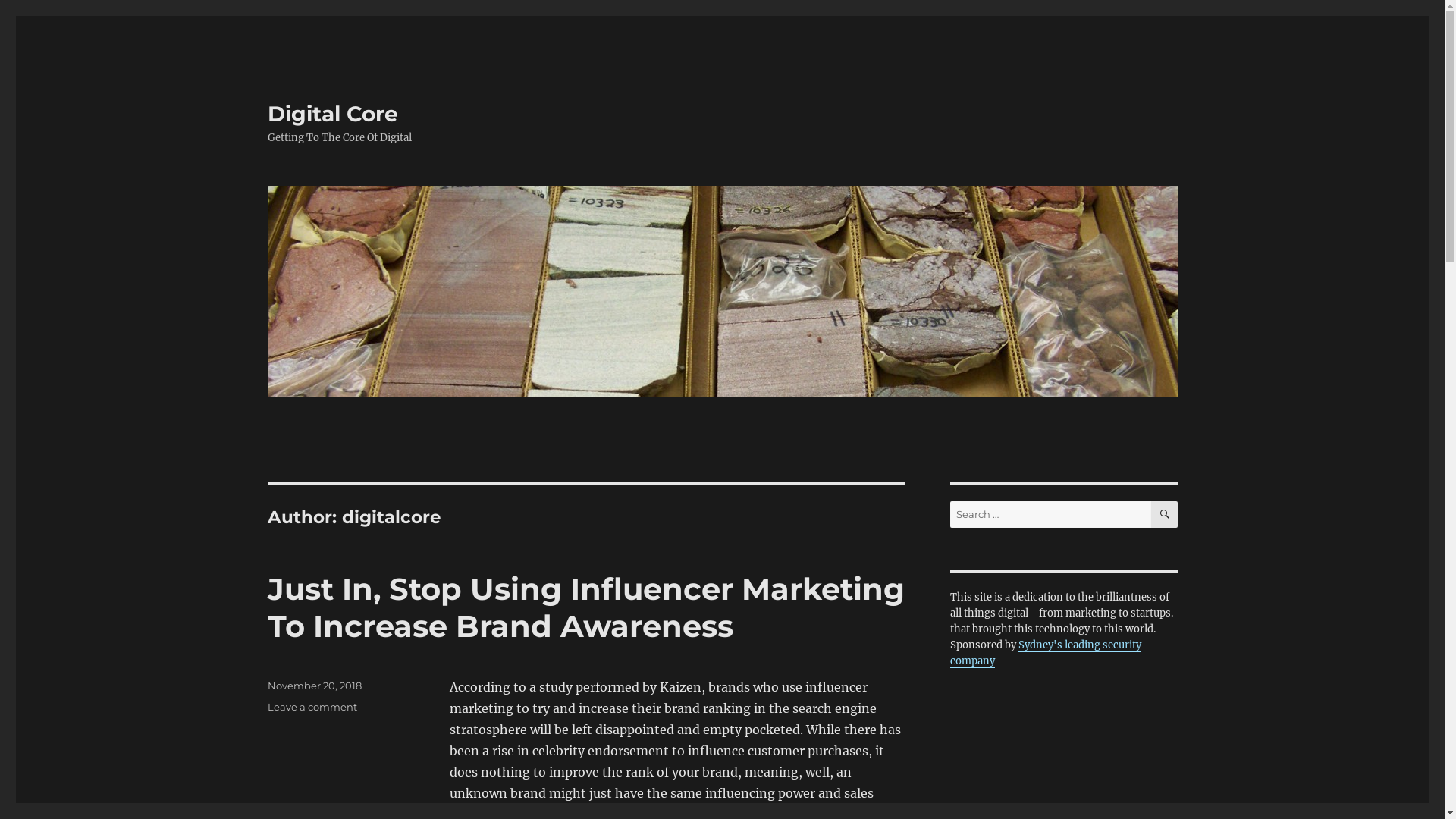 This screenshot has height=819, width=1456. I want to click on 'Digital Core', so click(331, 113).